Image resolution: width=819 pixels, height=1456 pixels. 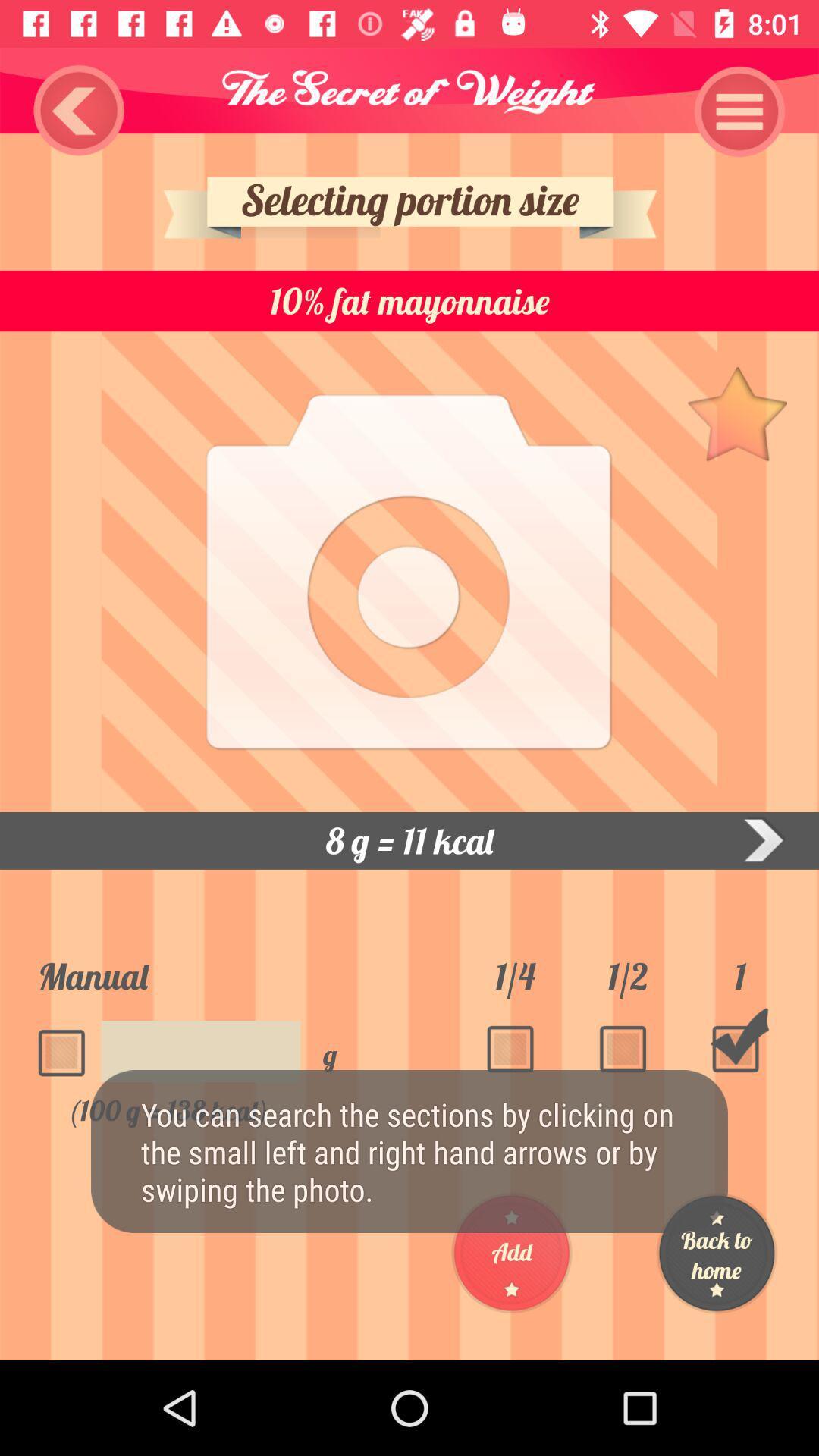 I want to click on the checkbox below text 1, so click(x=739, y=1040).